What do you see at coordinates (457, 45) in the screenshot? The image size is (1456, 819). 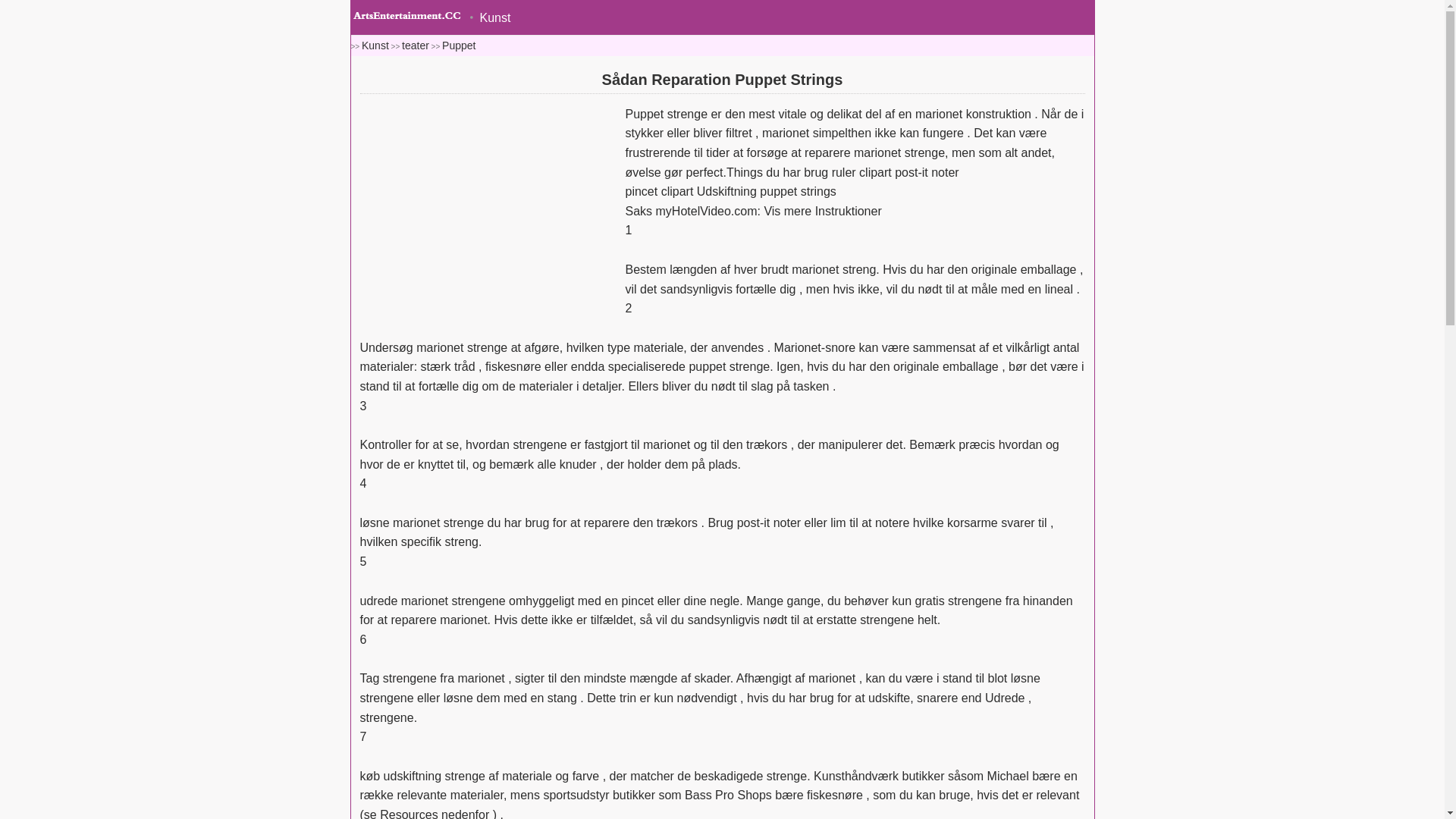 I see `'Puppet'` at bounding box center [457, 45].